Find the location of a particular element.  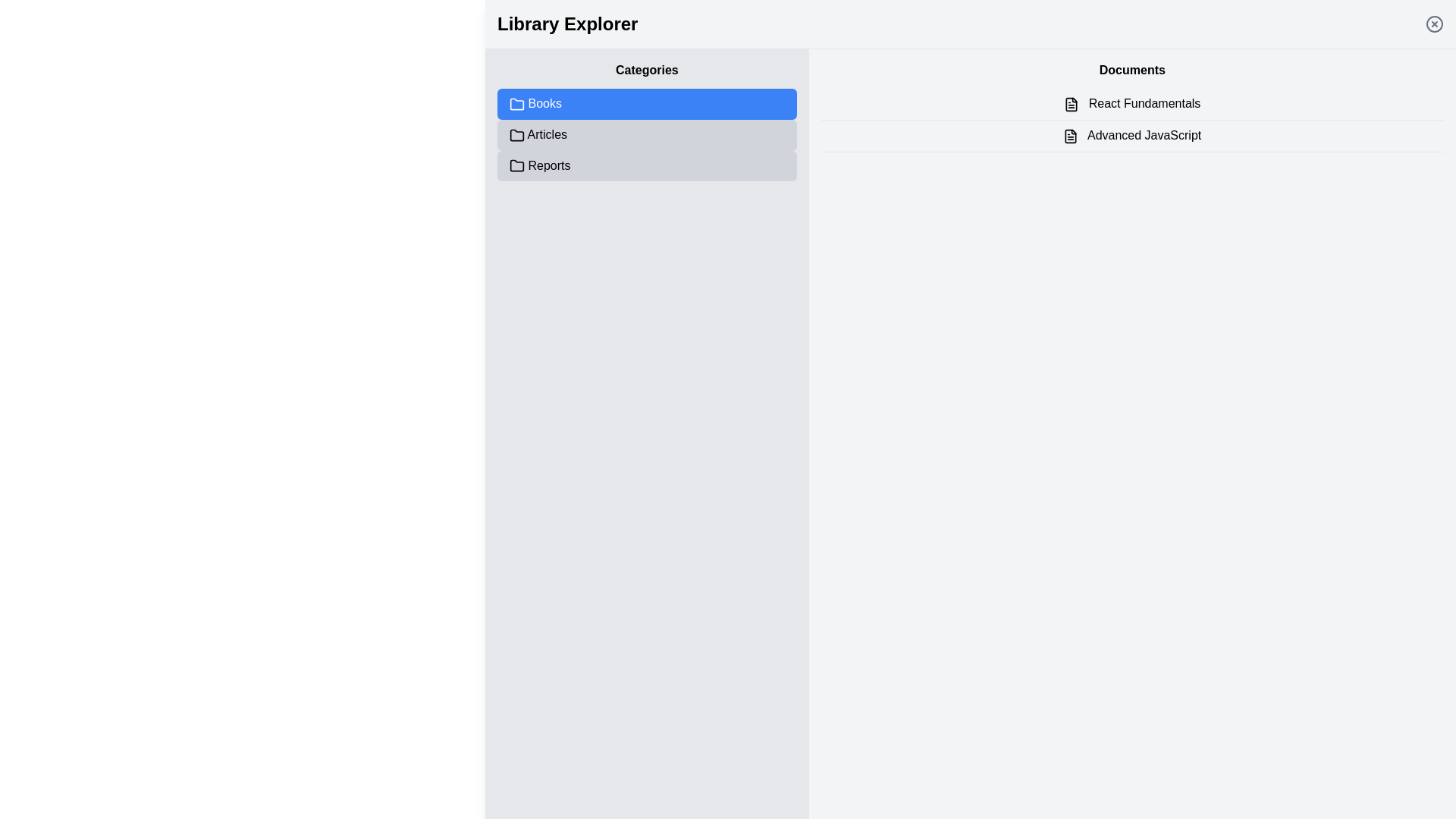

the document icon located next to the 'Advanced JavaScript' text in the 'Documents' section is located at coordinates (1070, 135).